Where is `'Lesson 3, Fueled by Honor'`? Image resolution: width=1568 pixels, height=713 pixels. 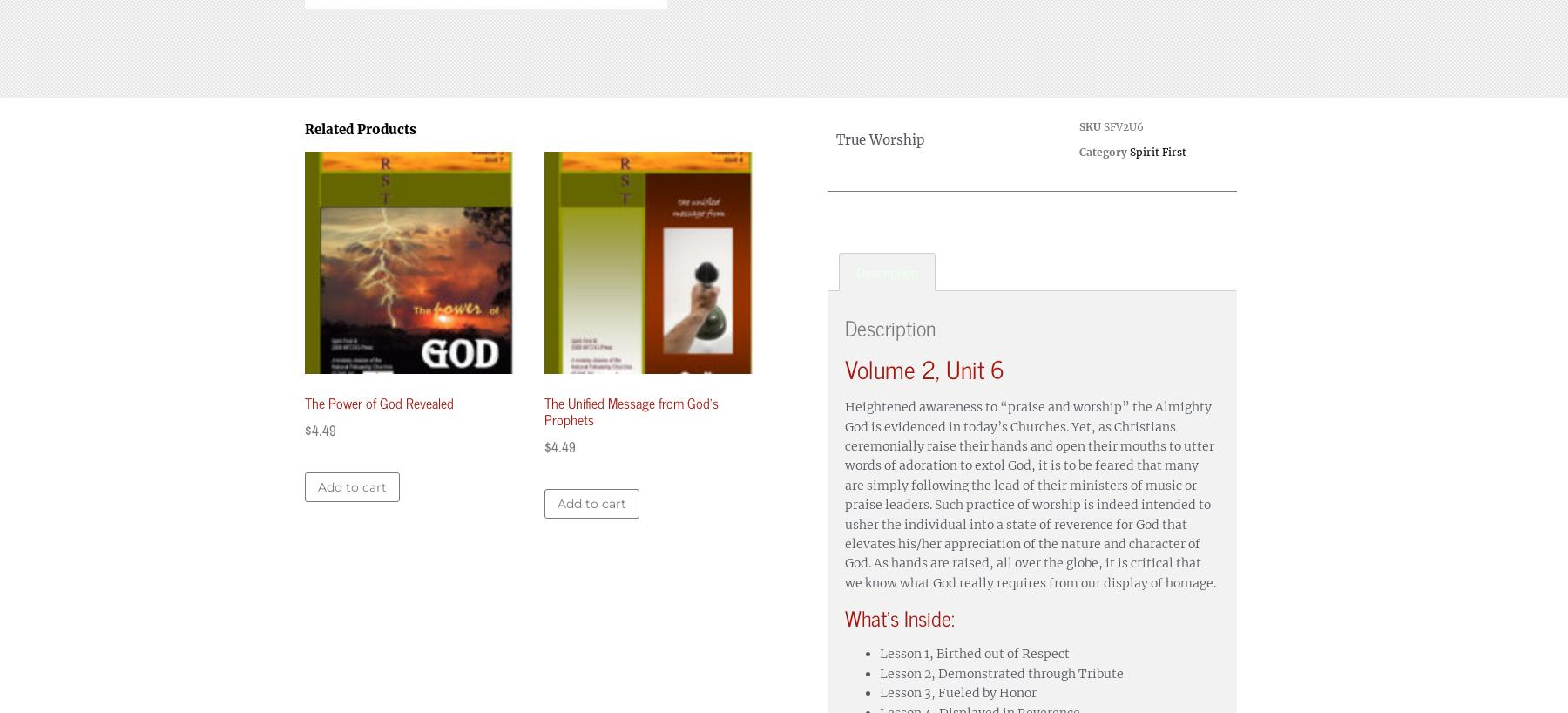 'Lesson 3, Fueled by Honor' is located at coordinates (957, 693).